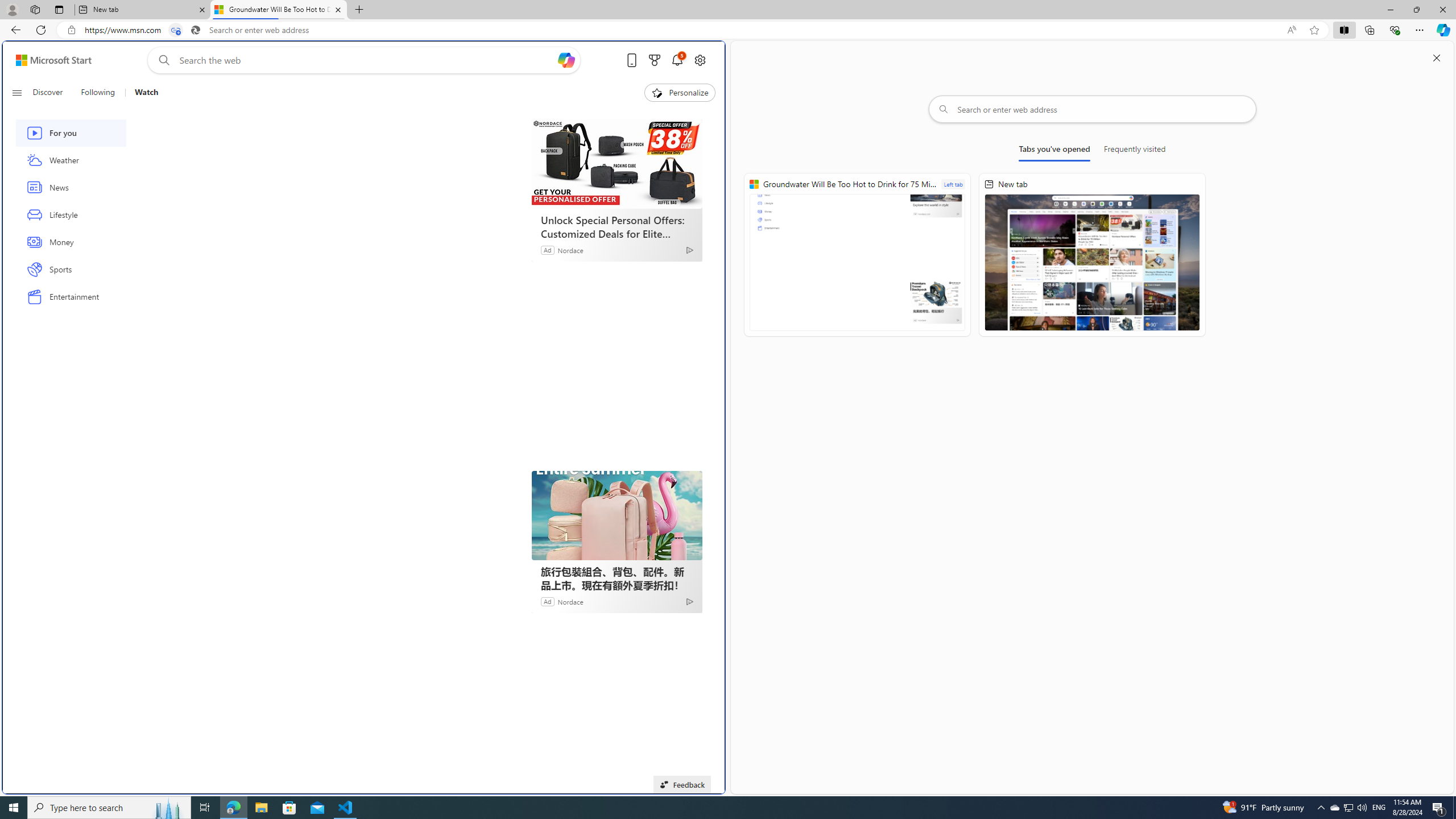  What do you see at coordinates (49, 59) in the screenshot?
I see `'Skip to content'` at bounding box center [49, 59].